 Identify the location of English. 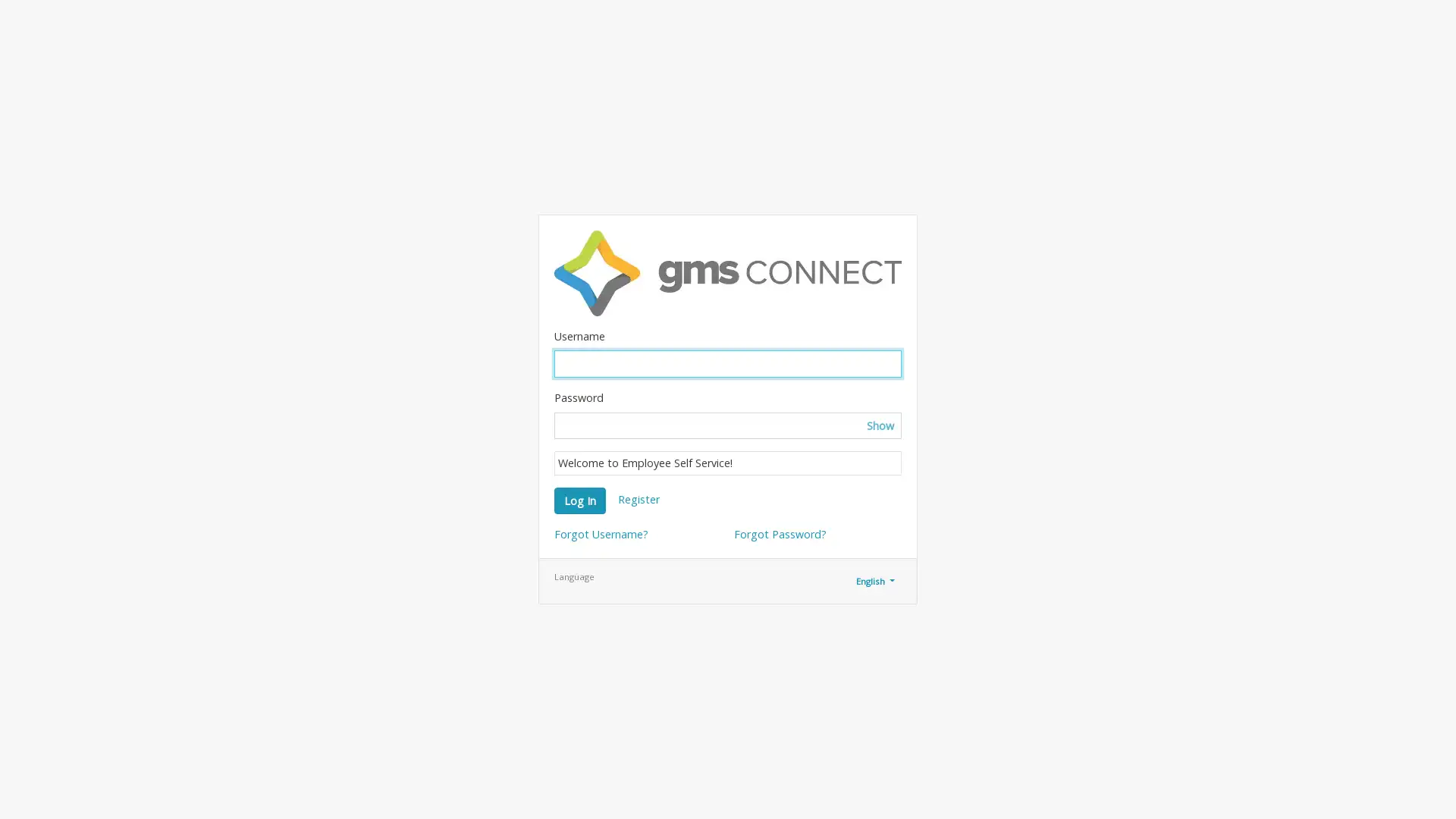
(875, 580).